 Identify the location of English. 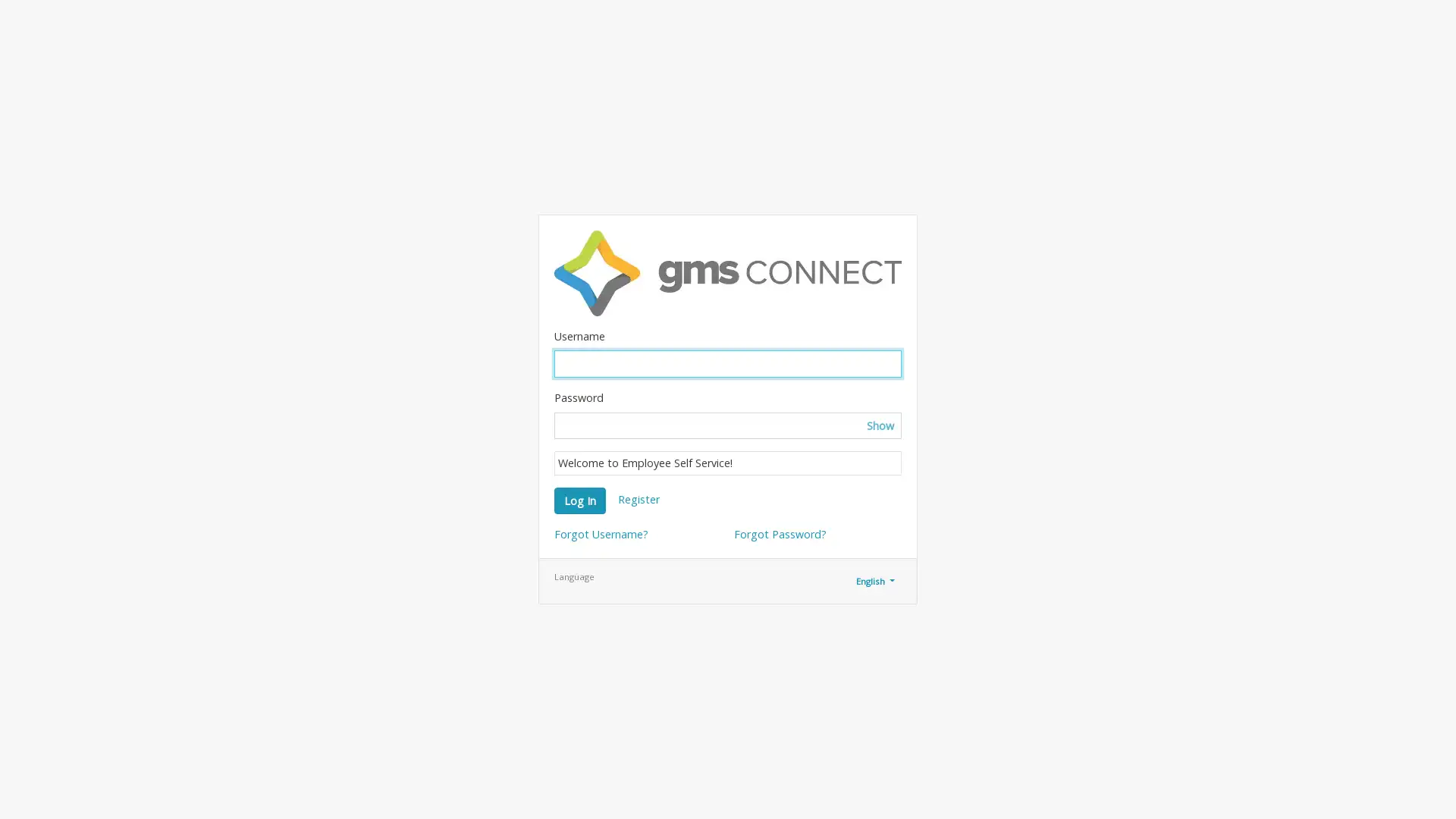
(875, 580).